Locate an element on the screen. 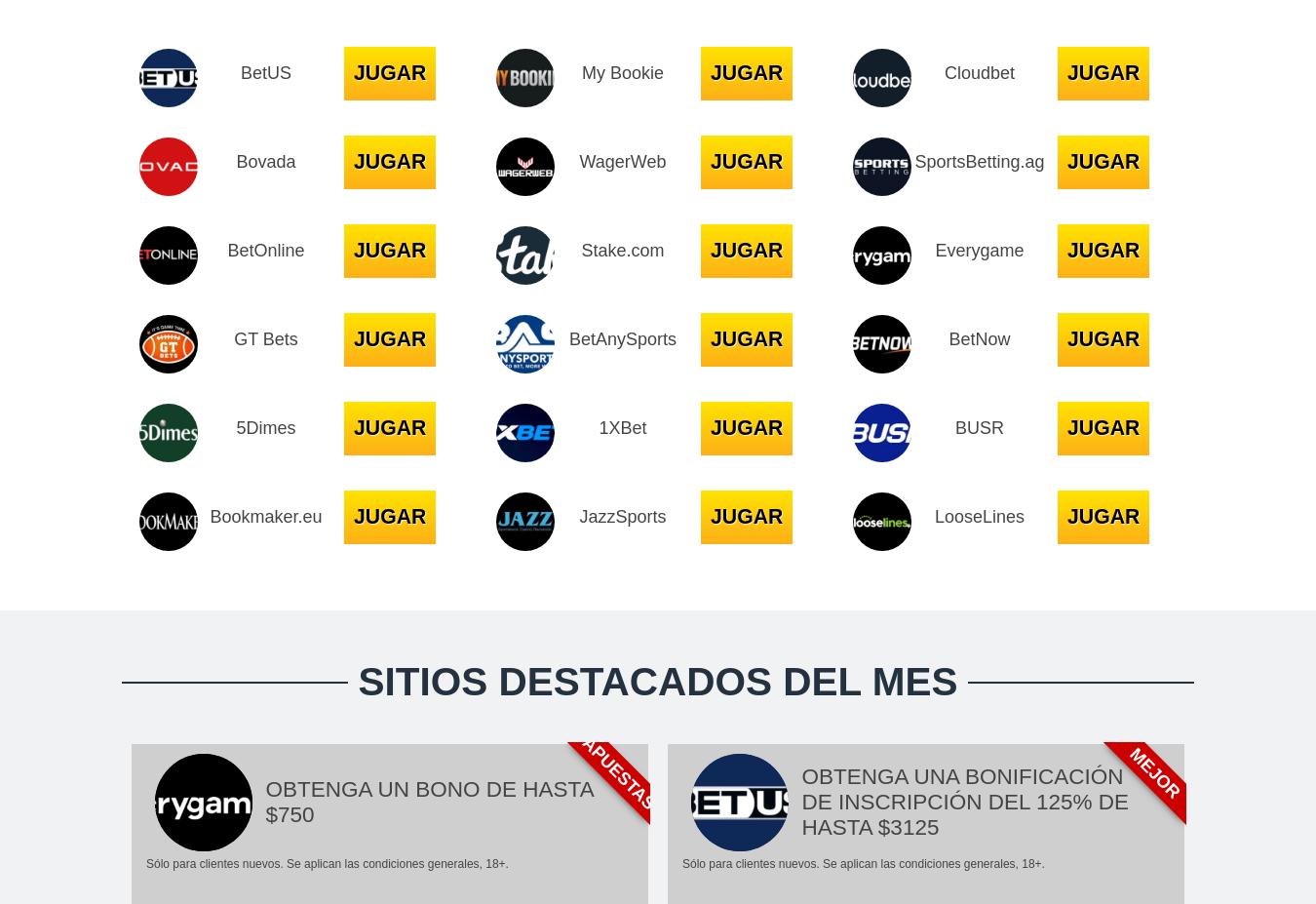 Image resolution: width=1316 pixels, height=904 pixels. 'OBTENGA UNA BONIFICACIÓN DE INSCRIPCIÓN DEL 125% DE HASTA $3125' is located at coordinates (963, 802).